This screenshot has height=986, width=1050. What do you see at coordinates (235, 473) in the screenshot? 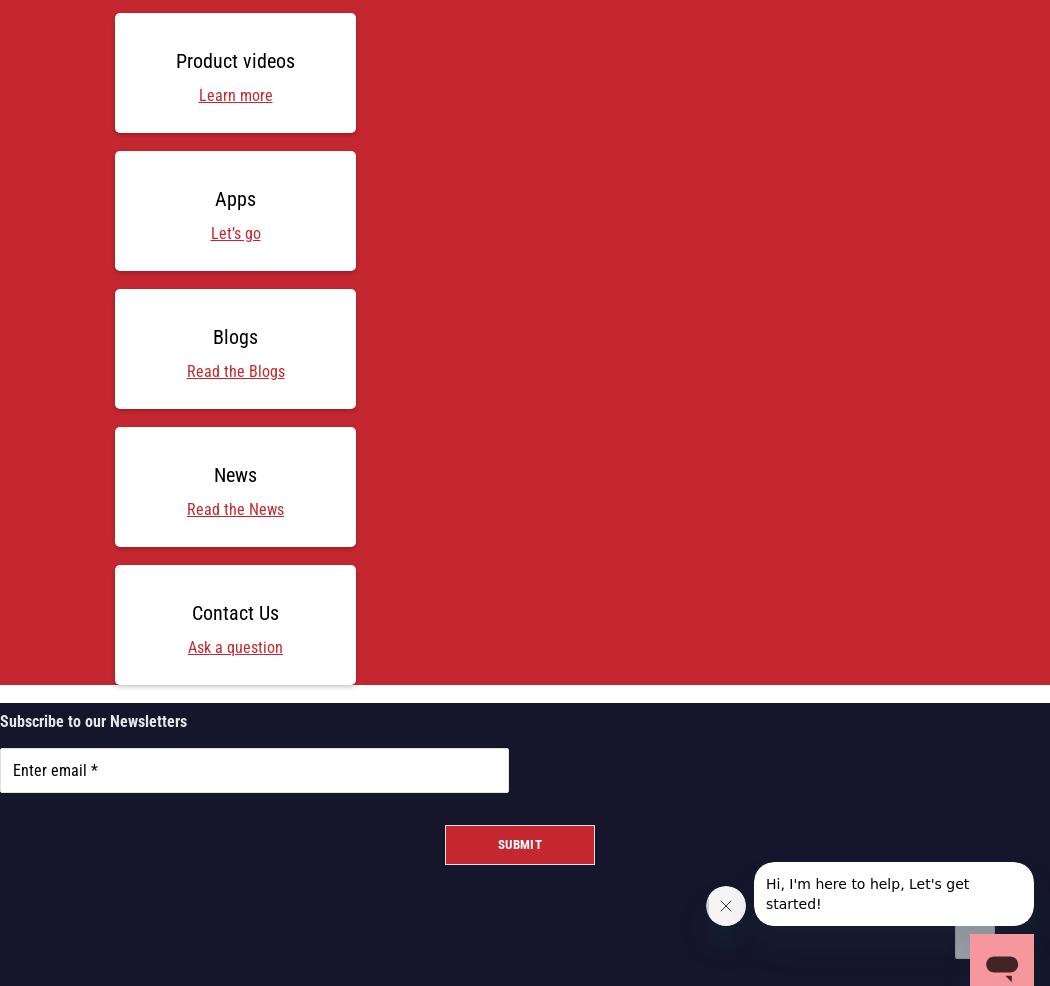
I see `'News'` at bounding box center [235, 473].